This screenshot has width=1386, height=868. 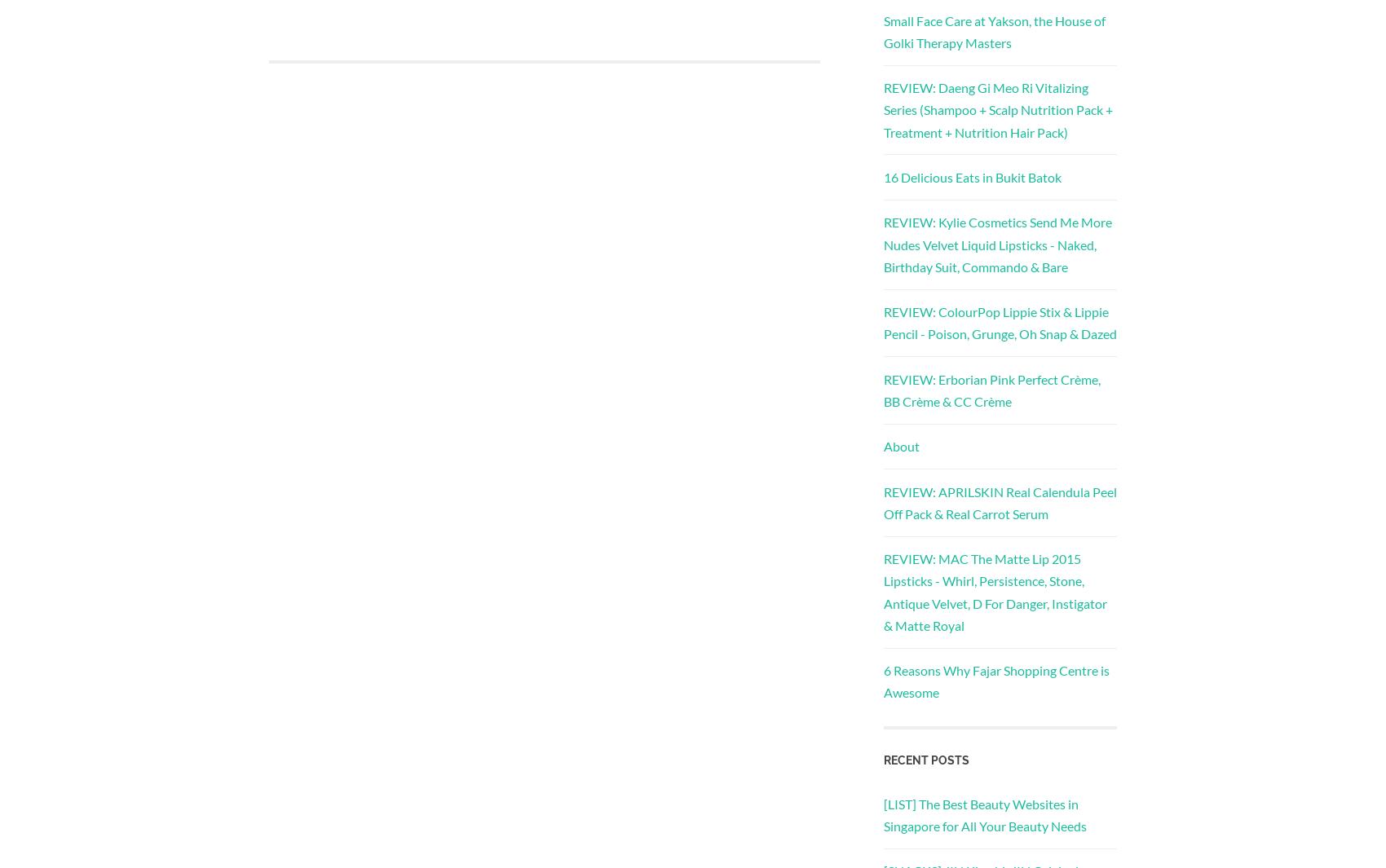 I want to click on 'REVIEW: APRILSKIN Real Calendula Peel Off Pack & Real Carrot Serum', so click(x=1000, y=501).